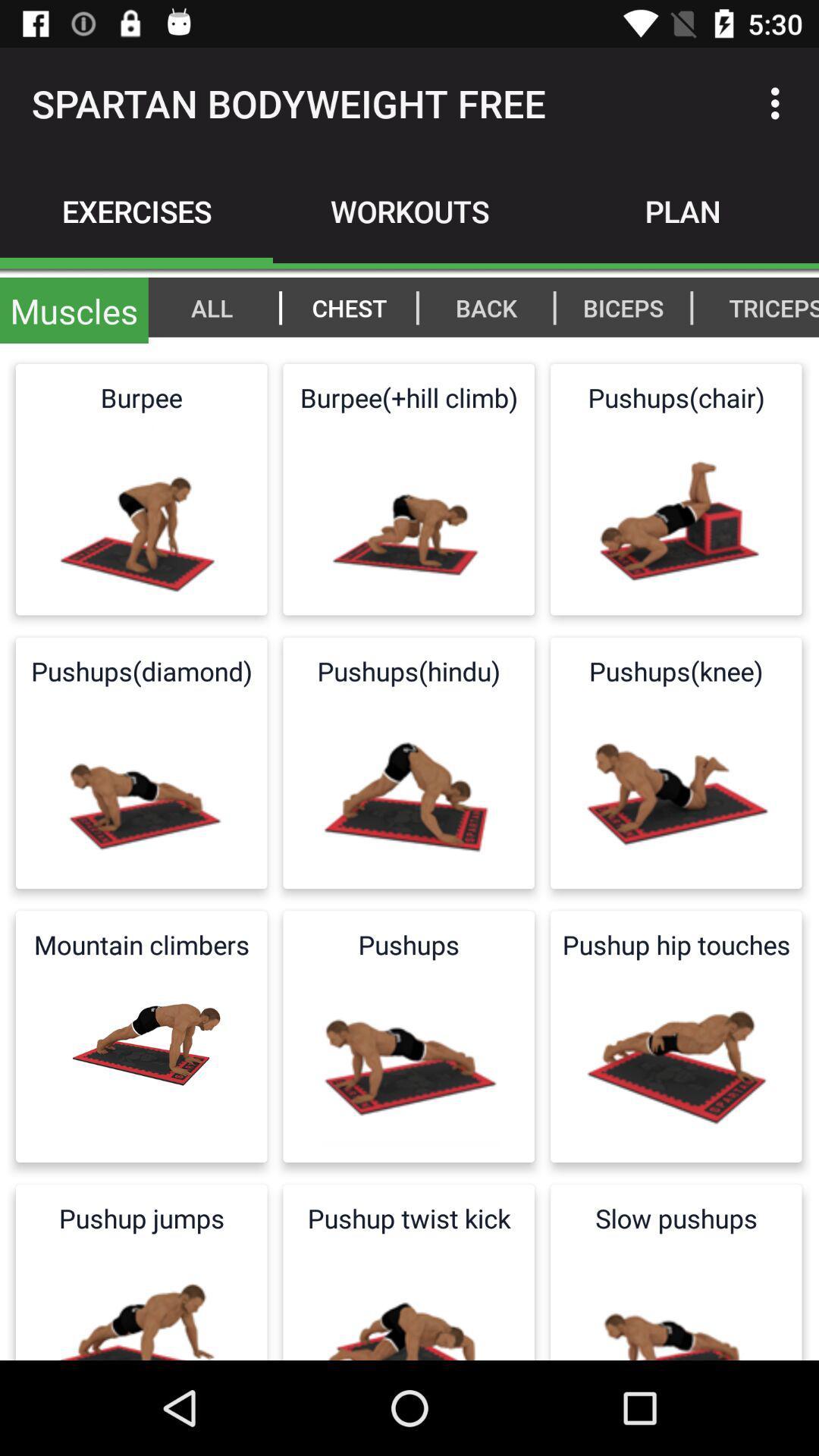 The image size is (819, 1456). Describe the element at coordinates (136, 210) in the screenshot. I see `the exercises` at that location.